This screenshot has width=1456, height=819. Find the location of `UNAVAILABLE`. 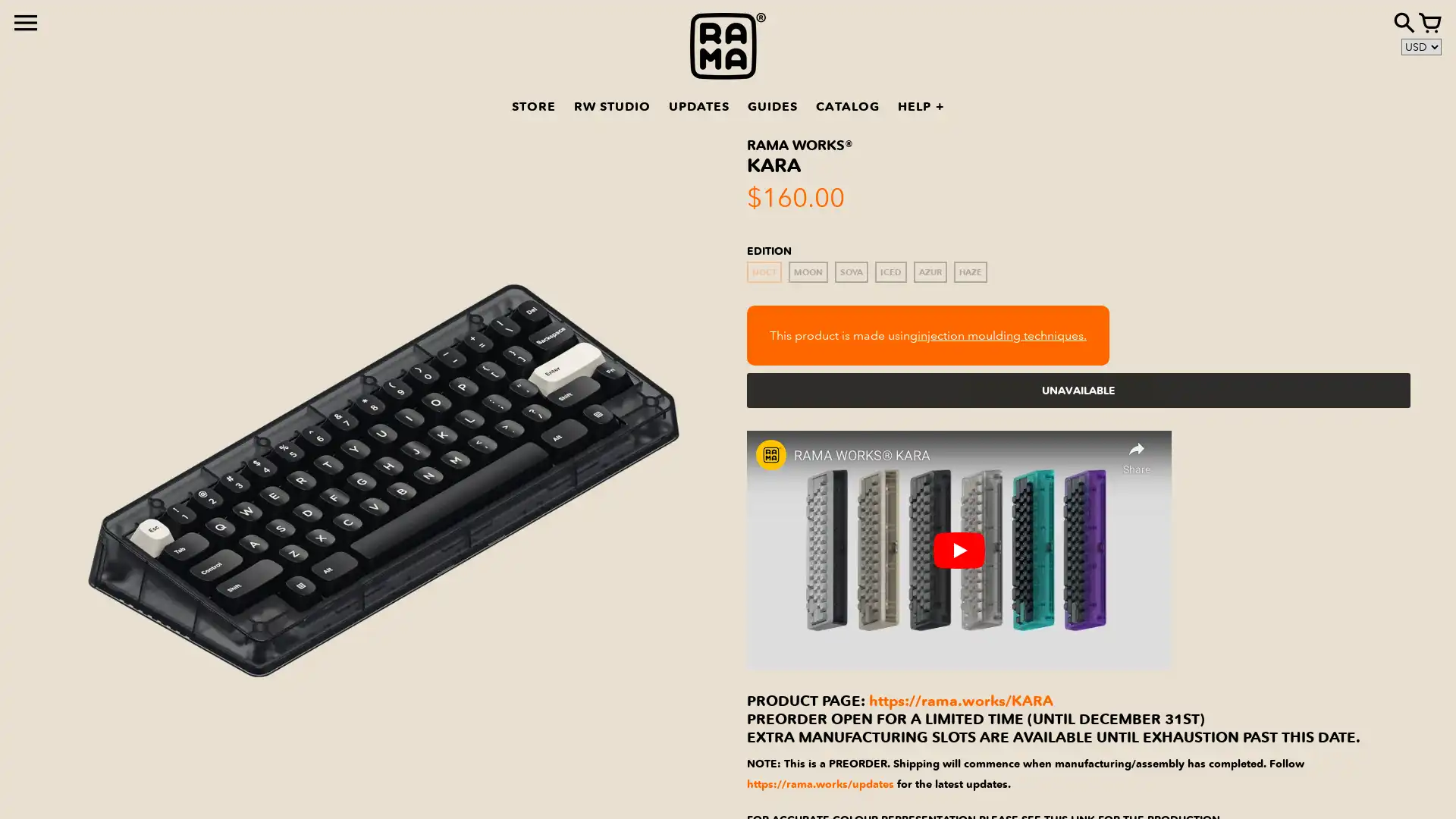

UNAVAILABLE is located at coordinates (1078, 390).